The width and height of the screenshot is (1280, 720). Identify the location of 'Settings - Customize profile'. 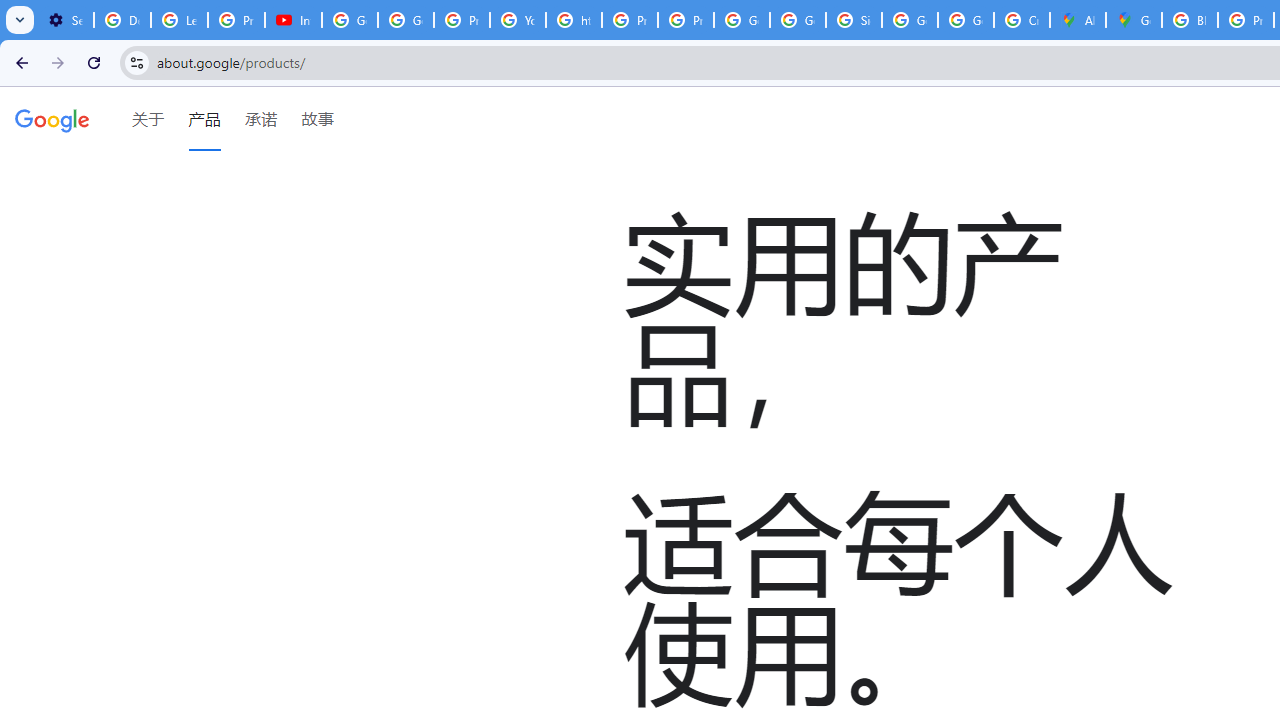
(65, 20).